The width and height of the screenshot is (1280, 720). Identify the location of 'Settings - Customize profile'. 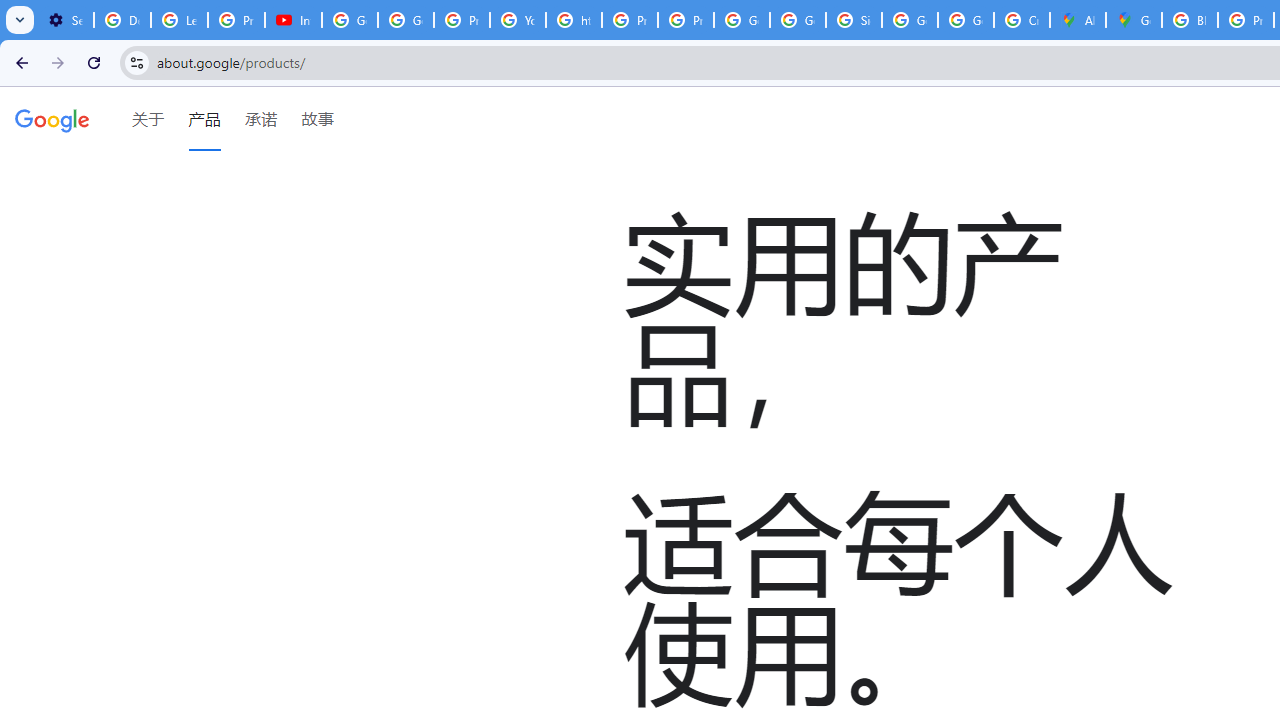
(65, 20).